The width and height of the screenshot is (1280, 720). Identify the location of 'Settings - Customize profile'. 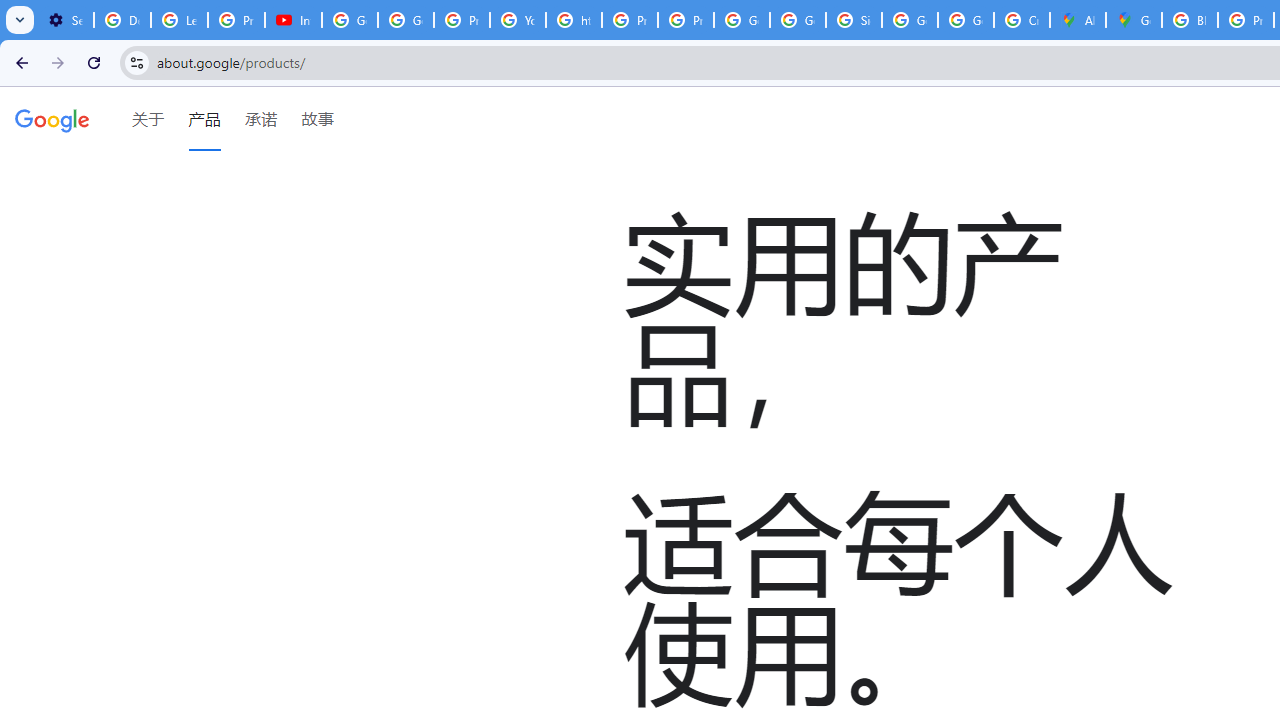
(65, 20).